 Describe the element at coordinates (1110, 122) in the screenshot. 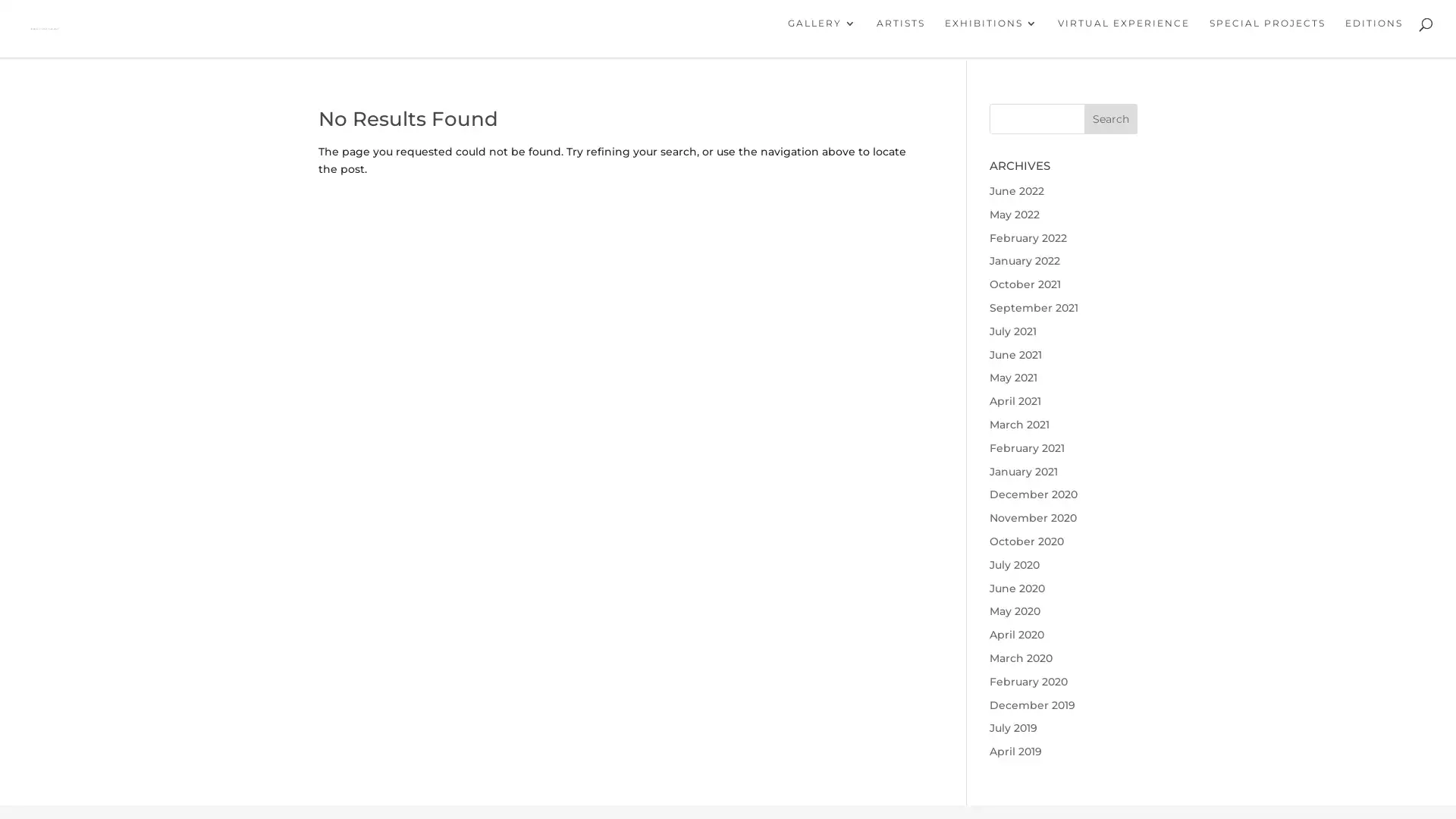

I see `Search` at that location.